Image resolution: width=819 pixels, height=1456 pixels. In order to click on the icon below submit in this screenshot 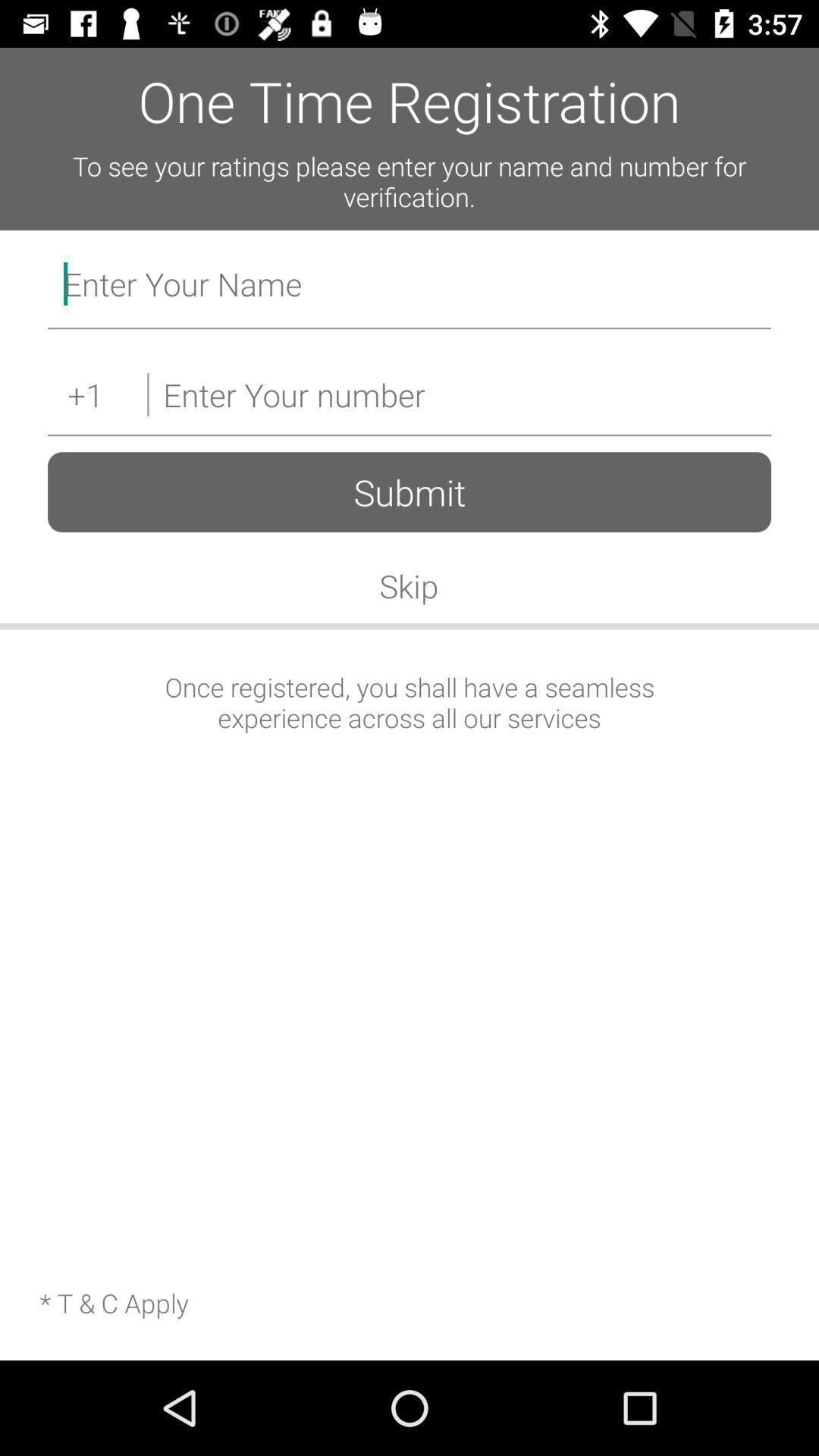, I will do `click(408, 585)`.